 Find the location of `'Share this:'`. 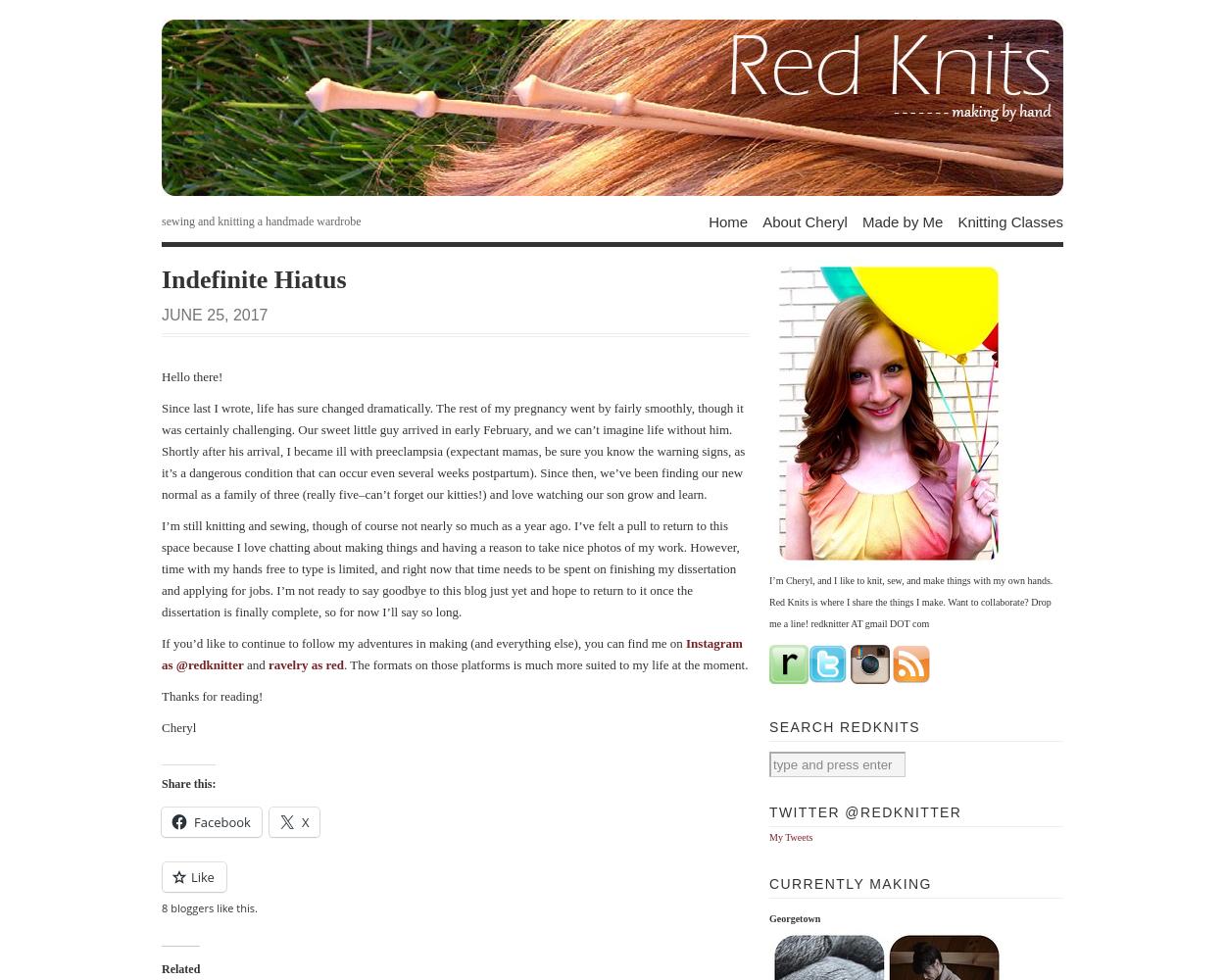

'Share this:' is located at coordinates (187, 784).